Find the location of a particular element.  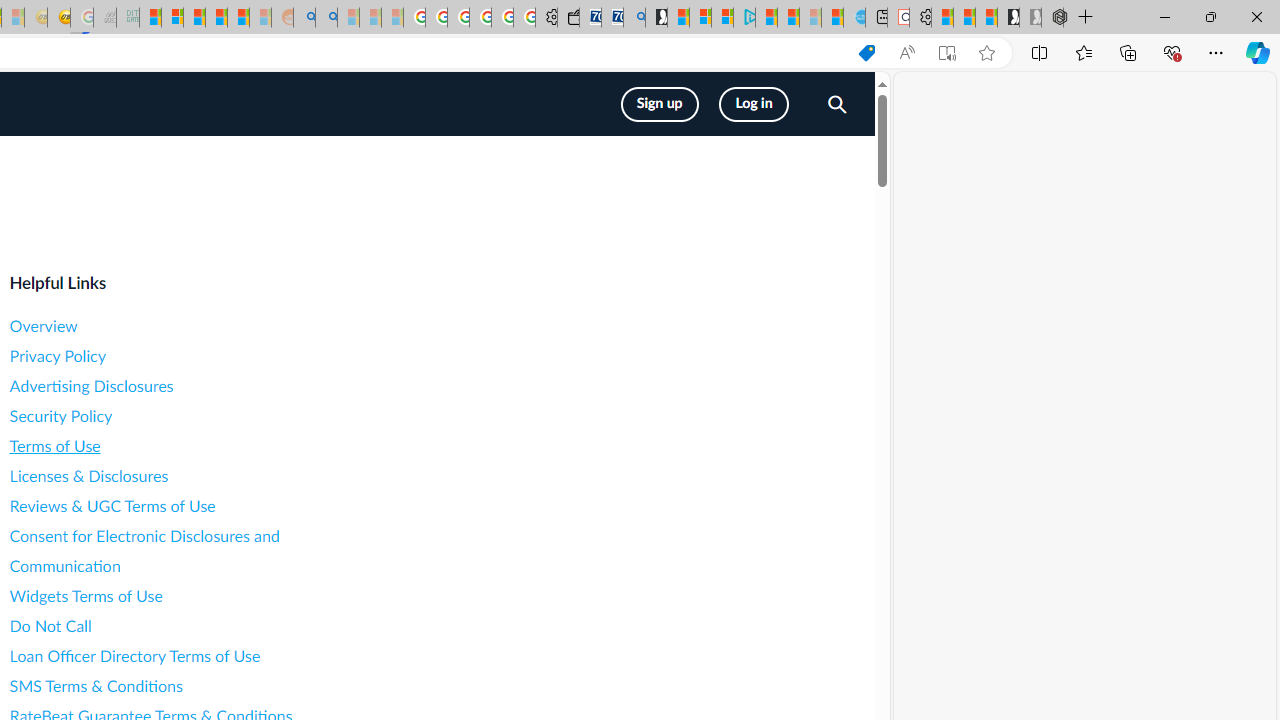

'Search LendingTree' is located at coordinates (837, 106).